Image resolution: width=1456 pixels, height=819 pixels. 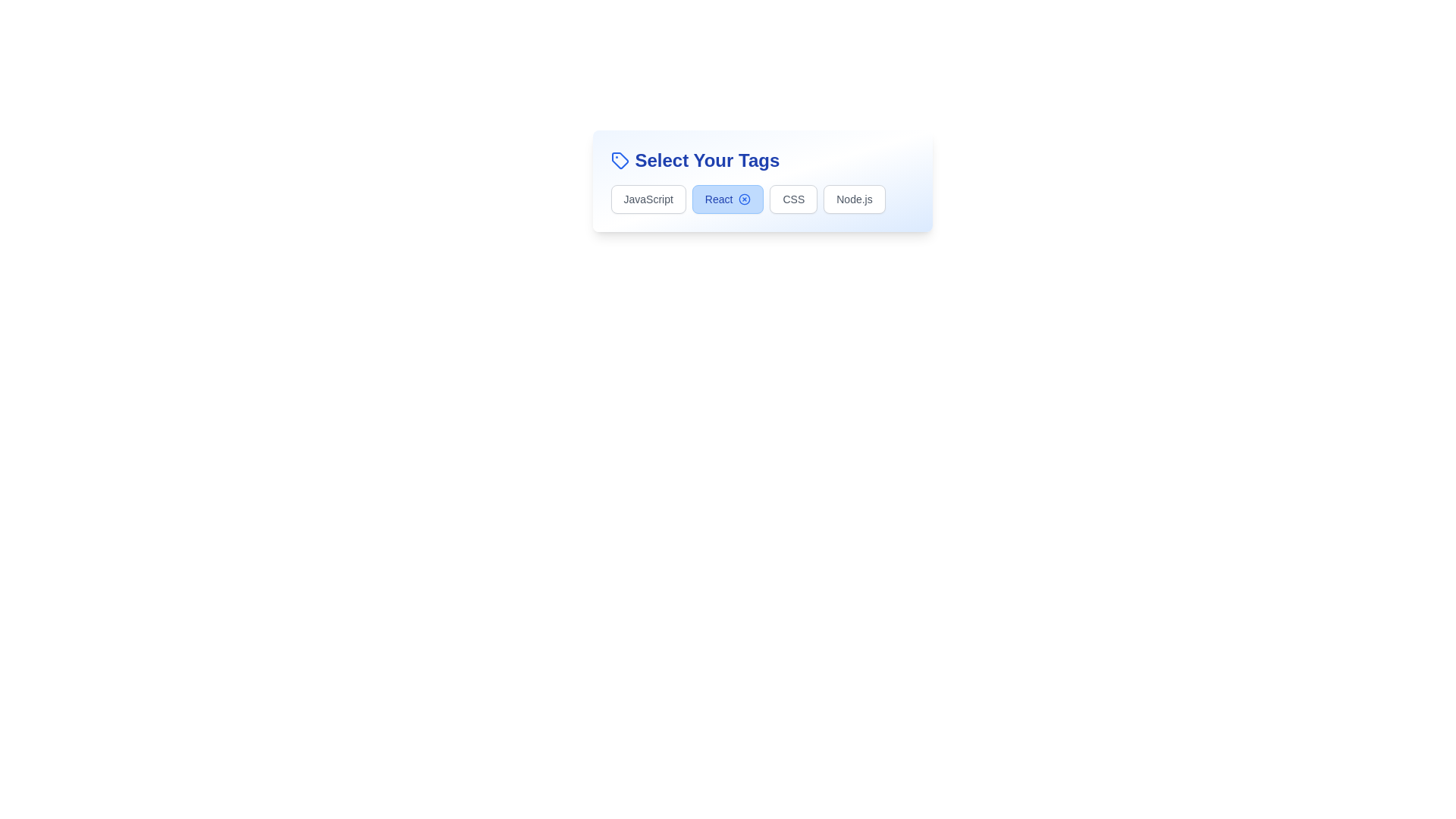 I want to click on the tag icon with a blue outline located to the left of the 'Select Your Tags' text in the header section, so click(x=620, y=161).